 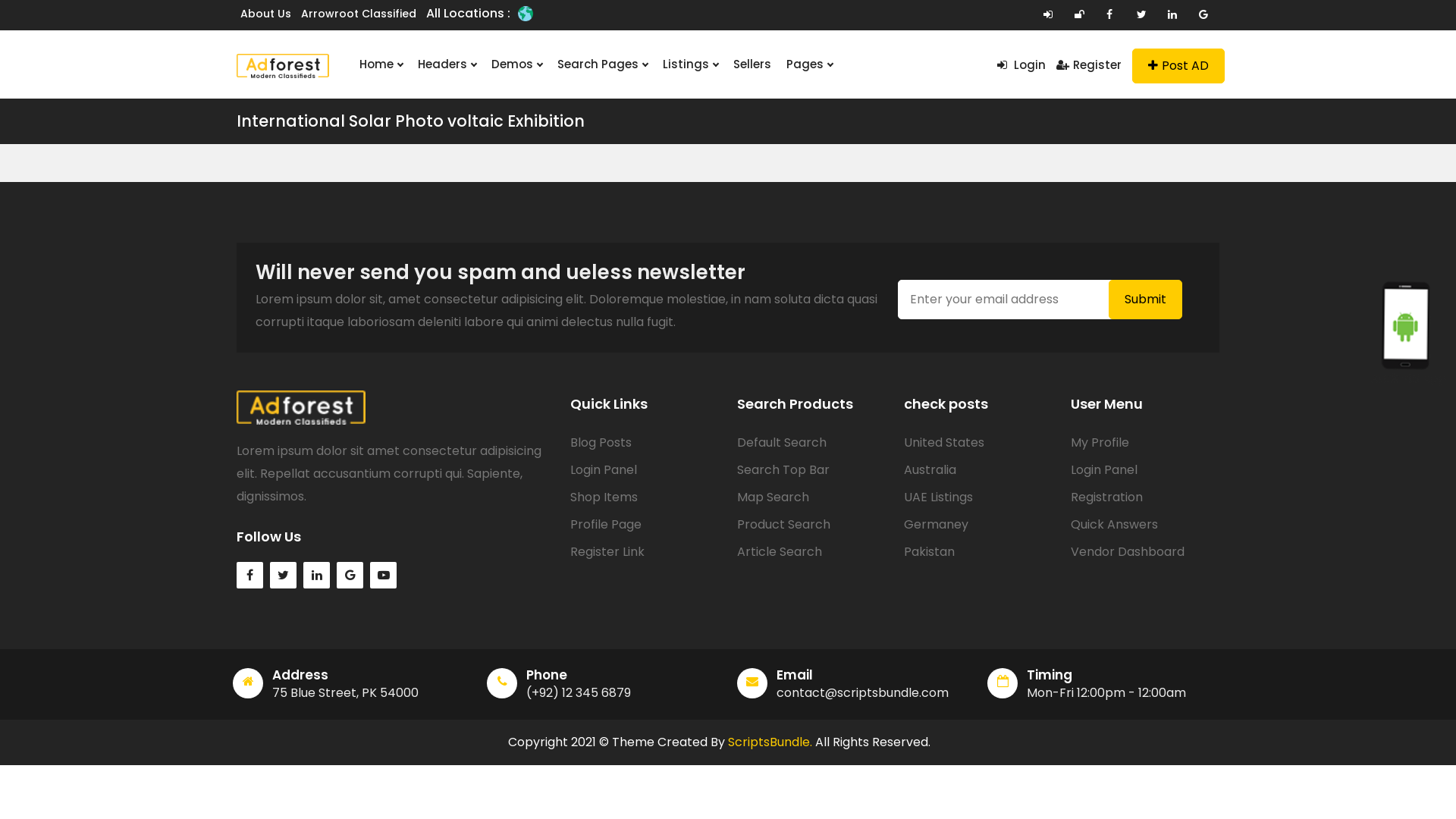 What do you see at coordinates (770, 741) in the screenshot?
I see `'ScriptsBundle.'` at bounding box center [770, 741].